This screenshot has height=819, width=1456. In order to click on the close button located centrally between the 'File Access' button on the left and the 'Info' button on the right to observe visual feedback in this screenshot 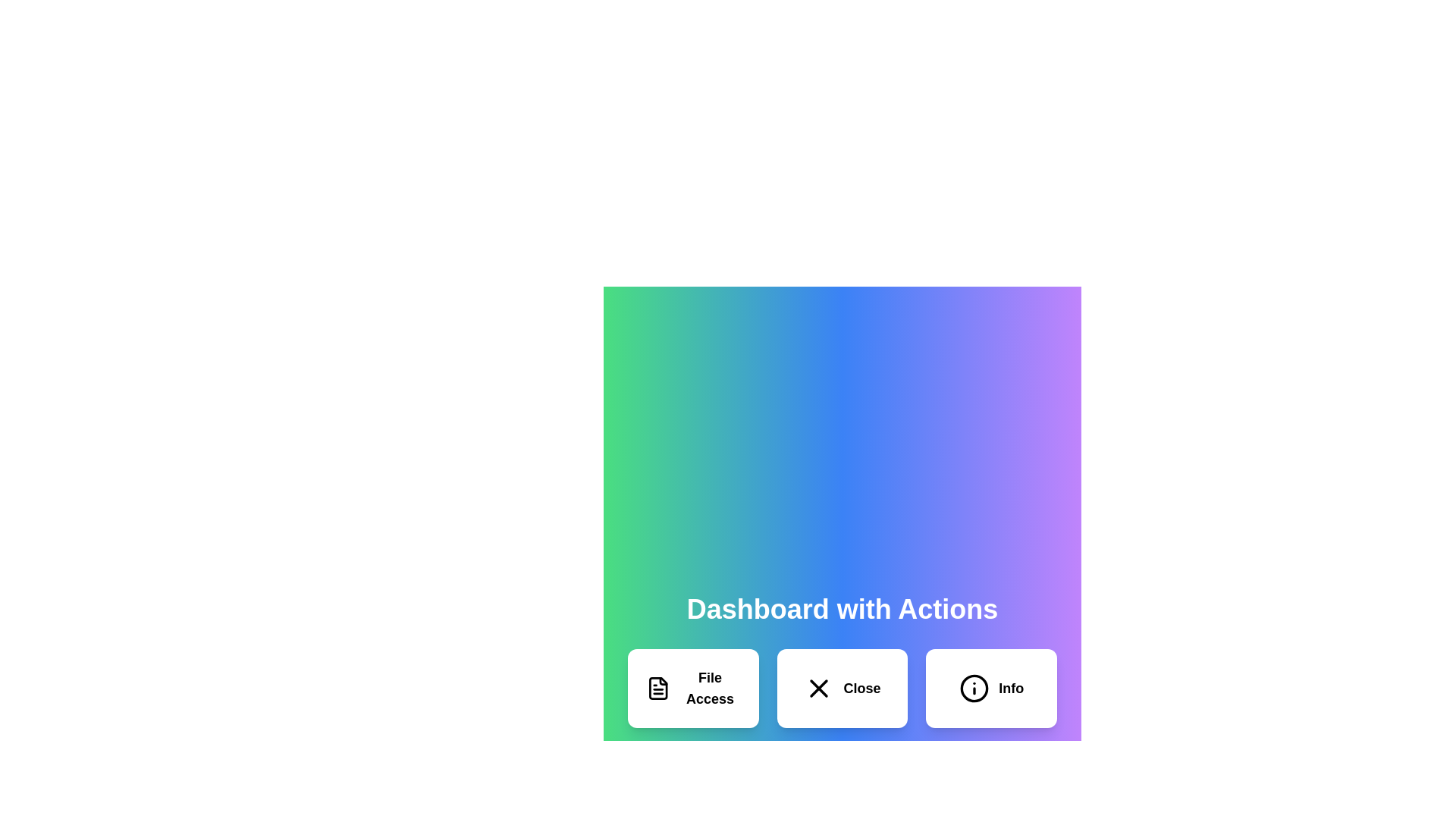, I will do `click(841, 688)`.